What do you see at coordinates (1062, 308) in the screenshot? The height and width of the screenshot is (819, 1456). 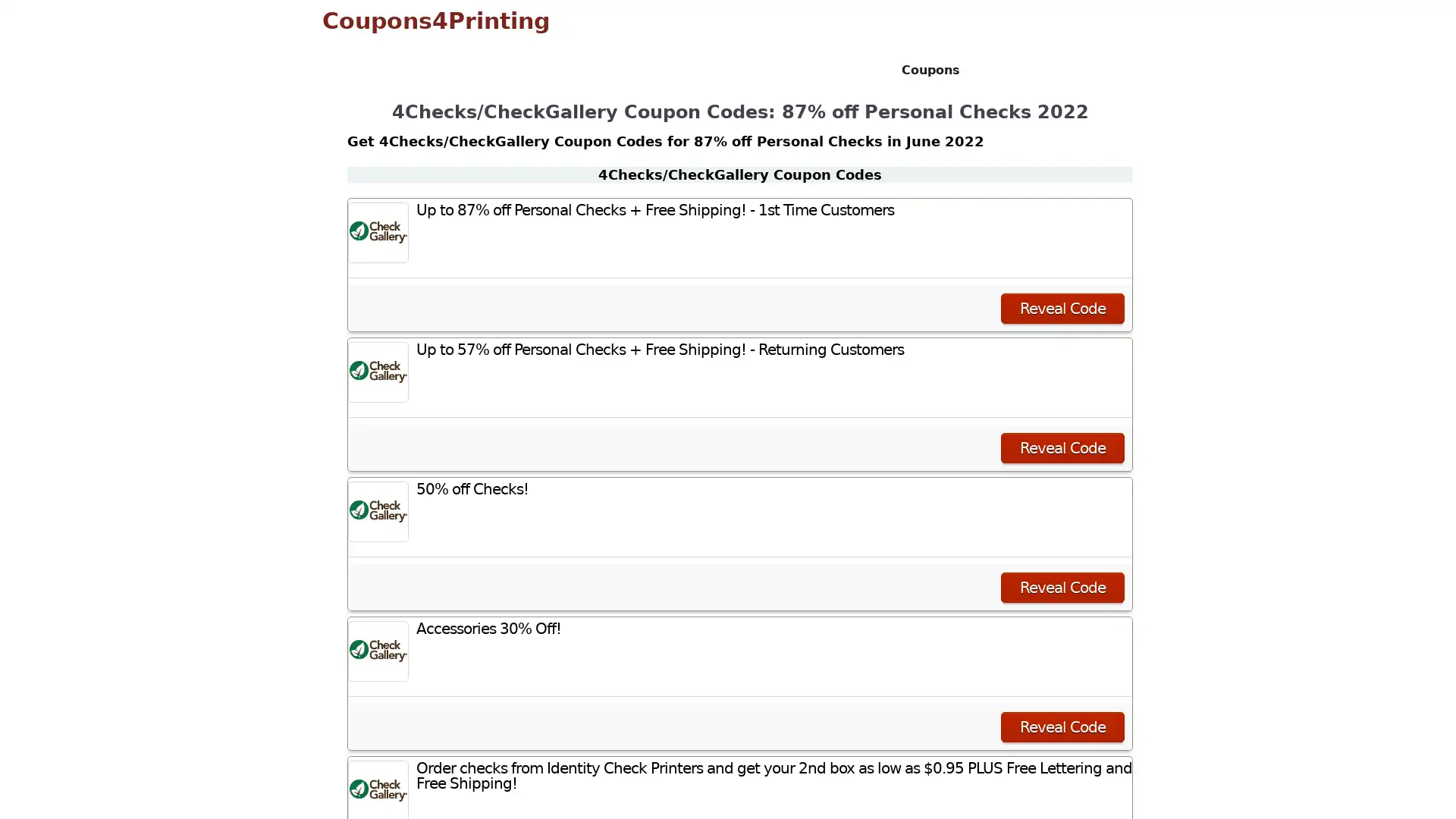 I see `Reveal Code` at bounding box center [1062, 308].